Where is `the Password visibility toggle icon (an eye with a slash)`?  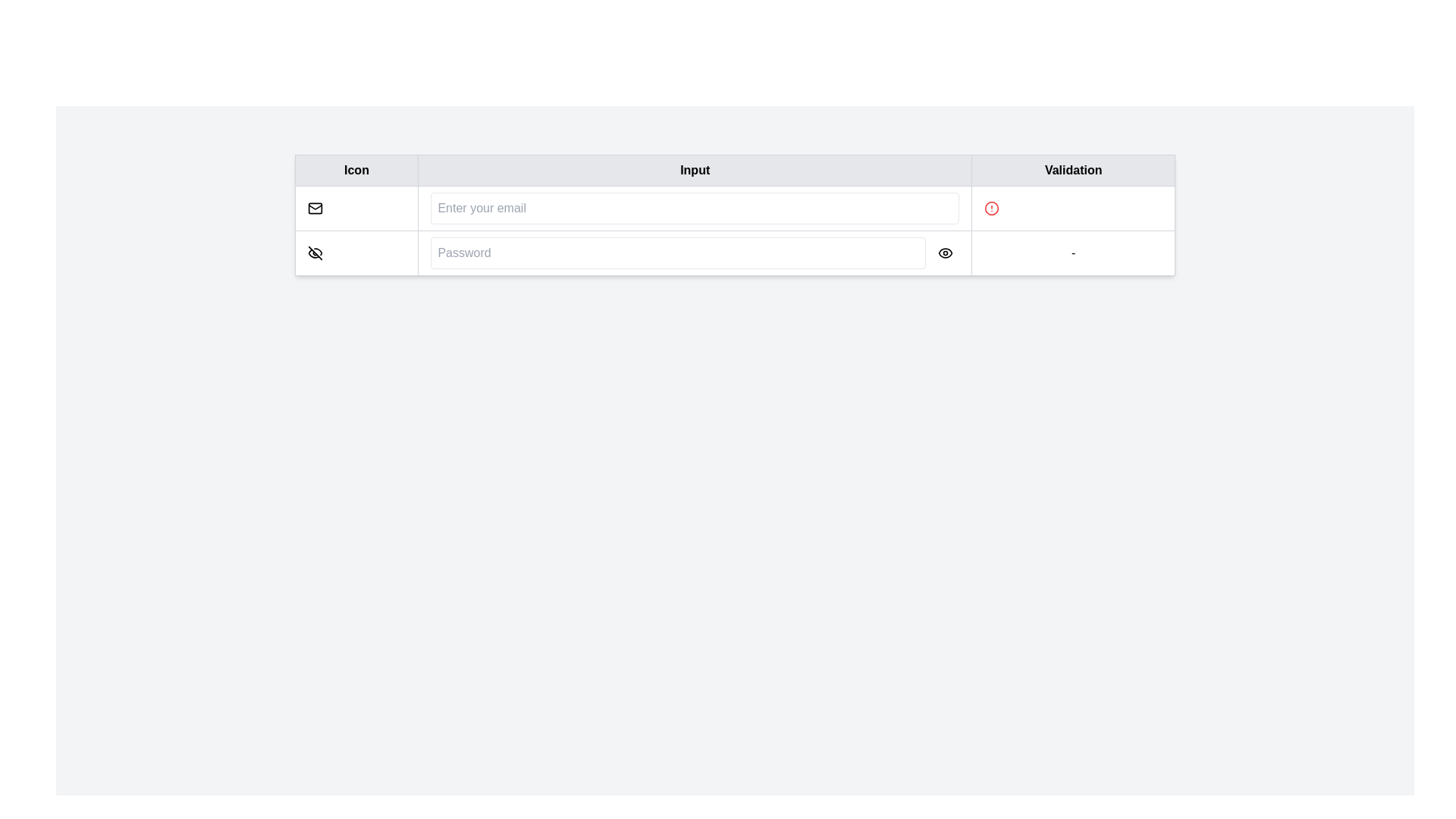 the Password visibility toggle icon (an eye with a slash) is located at coordinates (314, 253).